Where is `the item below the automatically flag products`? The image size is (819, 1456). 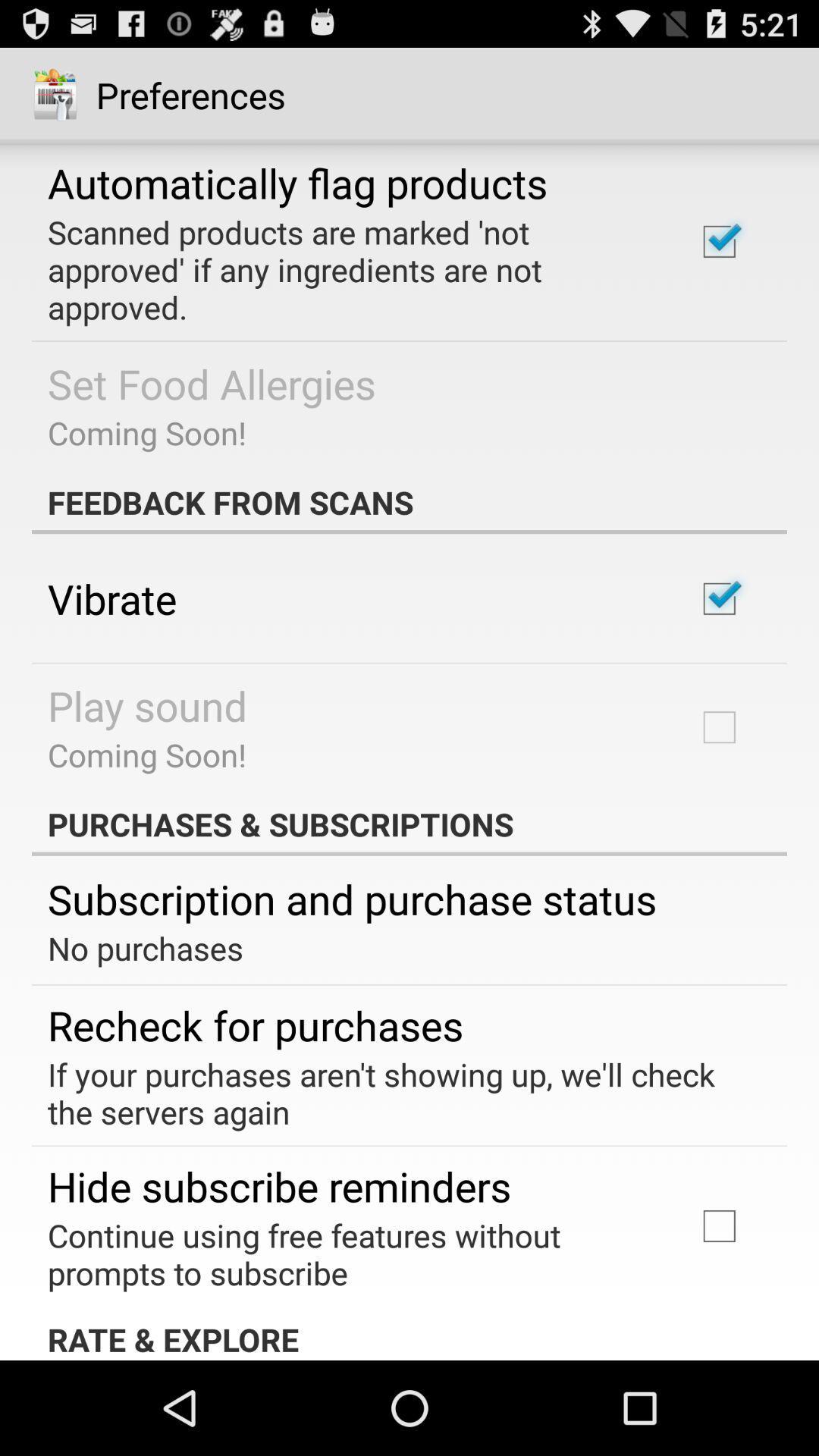 the item below the automatically flag products is located at coordinates (351, 269).